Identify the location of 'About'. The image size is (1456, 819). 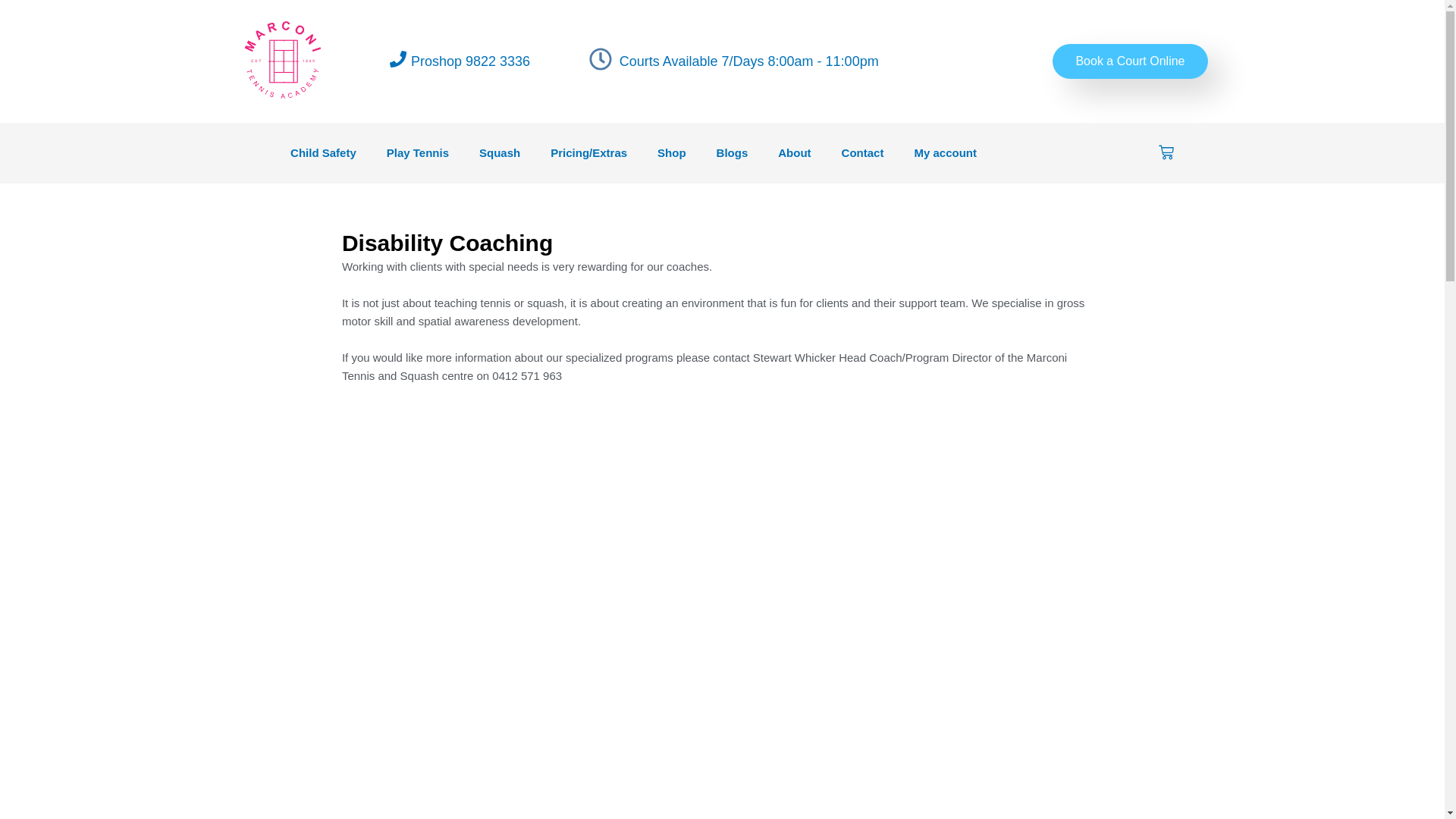
(793, 152).